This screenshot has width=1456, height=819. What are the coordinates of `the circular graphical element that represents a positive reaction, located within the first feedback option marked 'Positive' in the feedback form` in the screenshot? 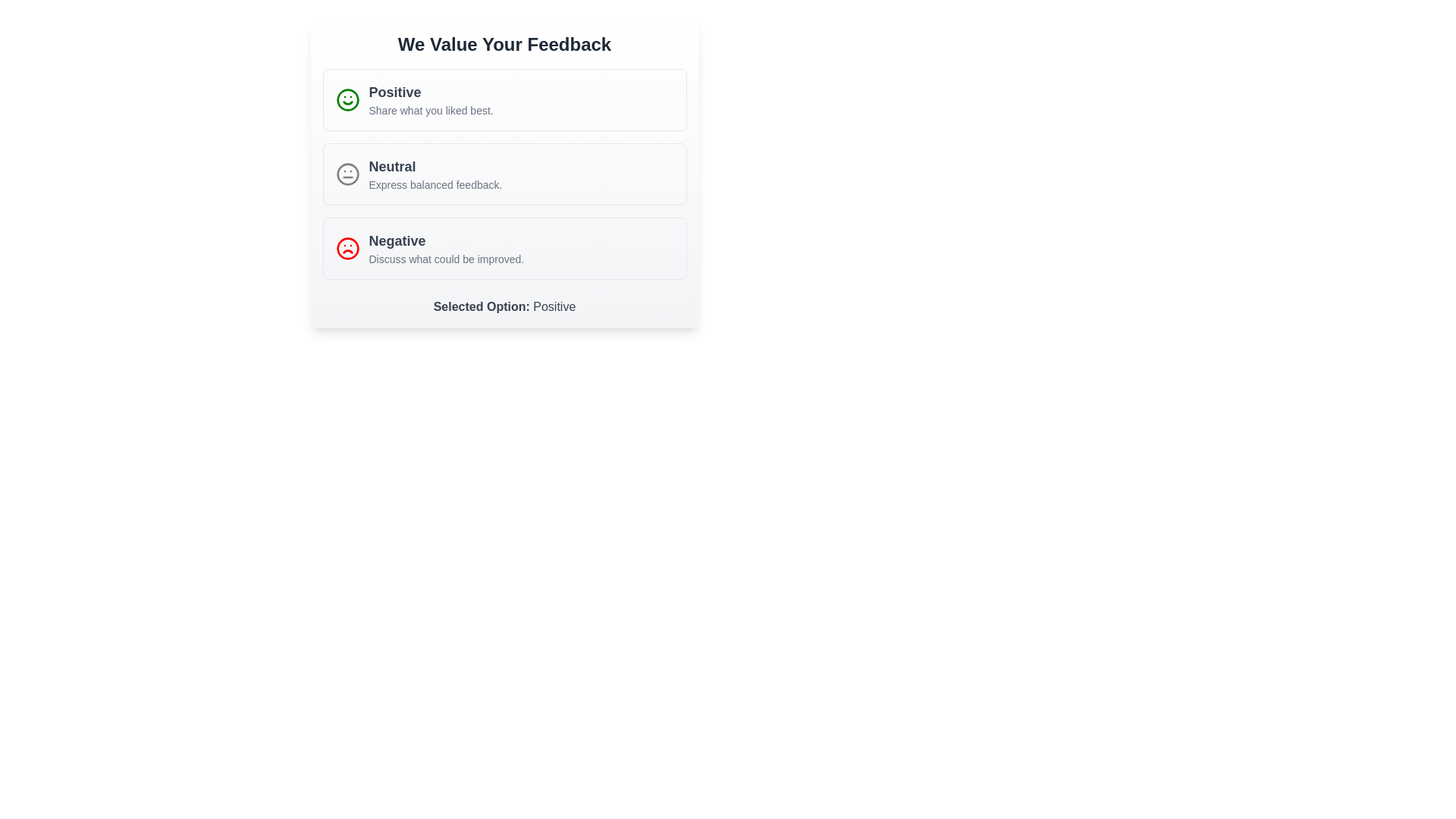 It's located at (347, 99).